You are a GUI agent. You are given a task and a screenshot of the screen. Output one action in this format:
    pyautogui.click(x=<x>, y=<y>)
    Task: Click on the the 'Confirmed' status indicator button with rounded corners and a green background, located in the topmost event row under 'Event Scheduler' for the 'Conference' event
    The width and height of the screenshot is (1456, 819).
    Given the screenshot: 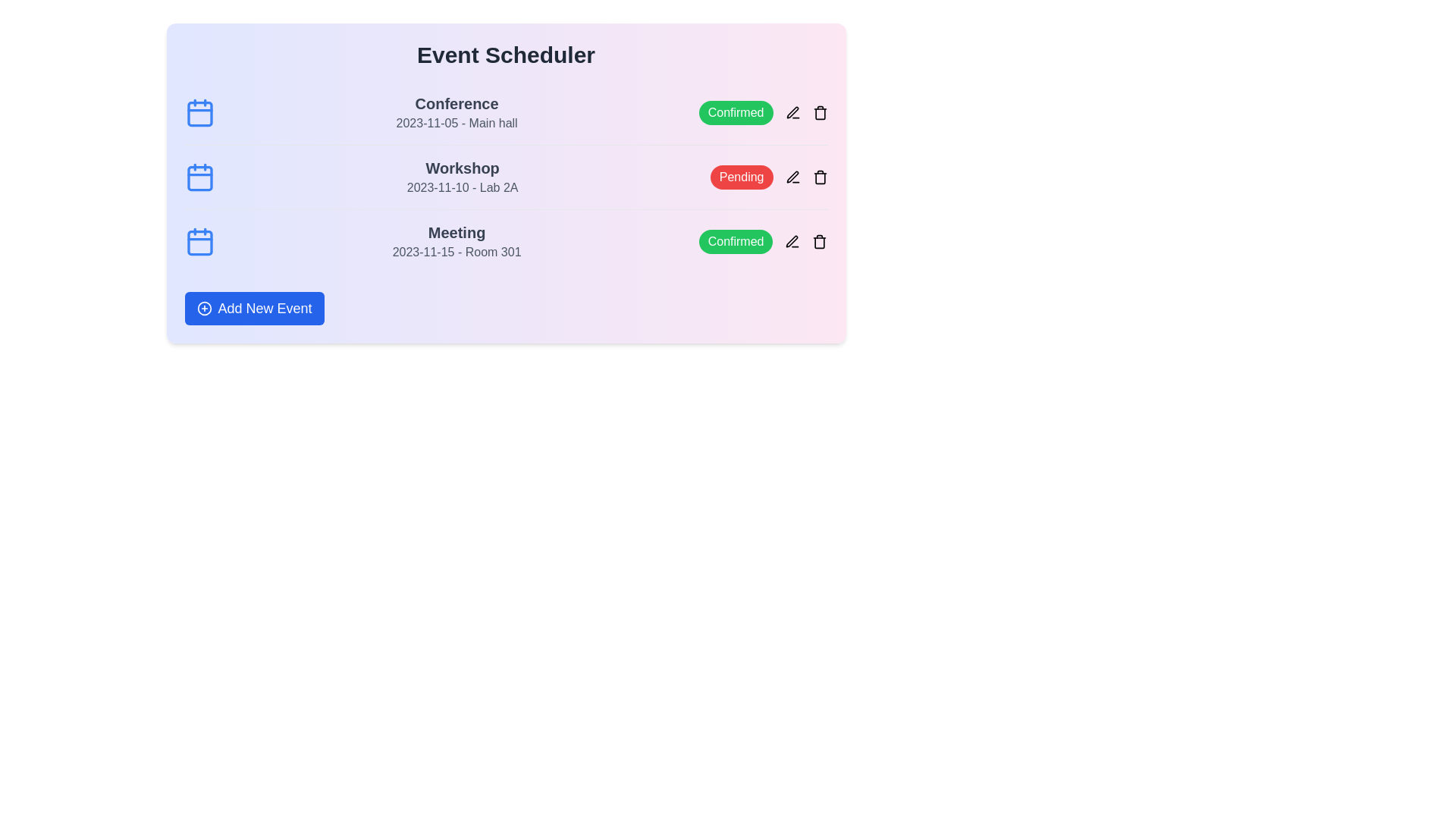 What is the action you would take?
    pyautogui.click(x=763, y=112)
    